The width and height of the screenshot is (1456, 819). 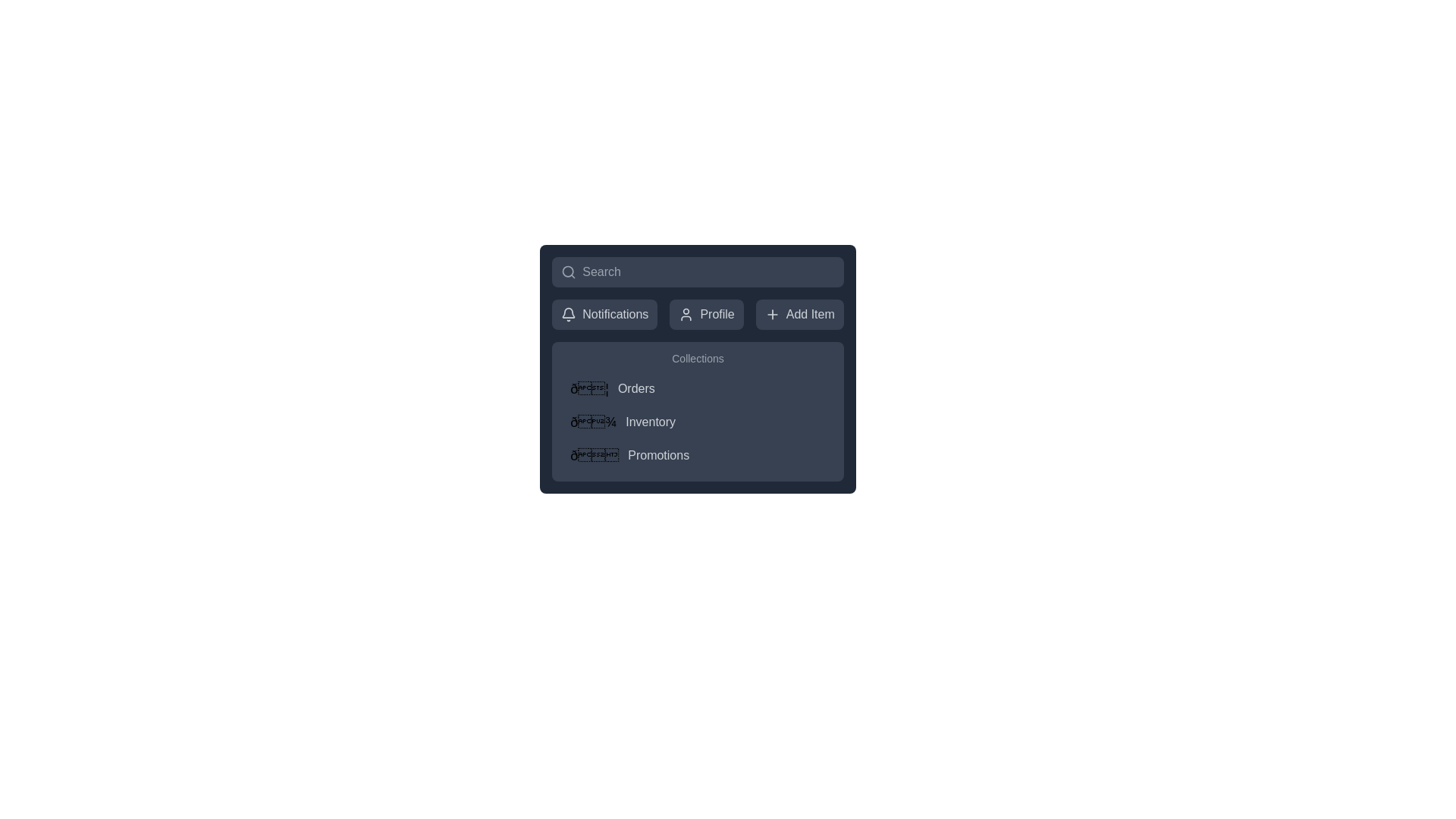 I want to click on the 'Inventory' icon located to the left of the text label 'Inventory' in the menu interface, so click(x=592, y=422).